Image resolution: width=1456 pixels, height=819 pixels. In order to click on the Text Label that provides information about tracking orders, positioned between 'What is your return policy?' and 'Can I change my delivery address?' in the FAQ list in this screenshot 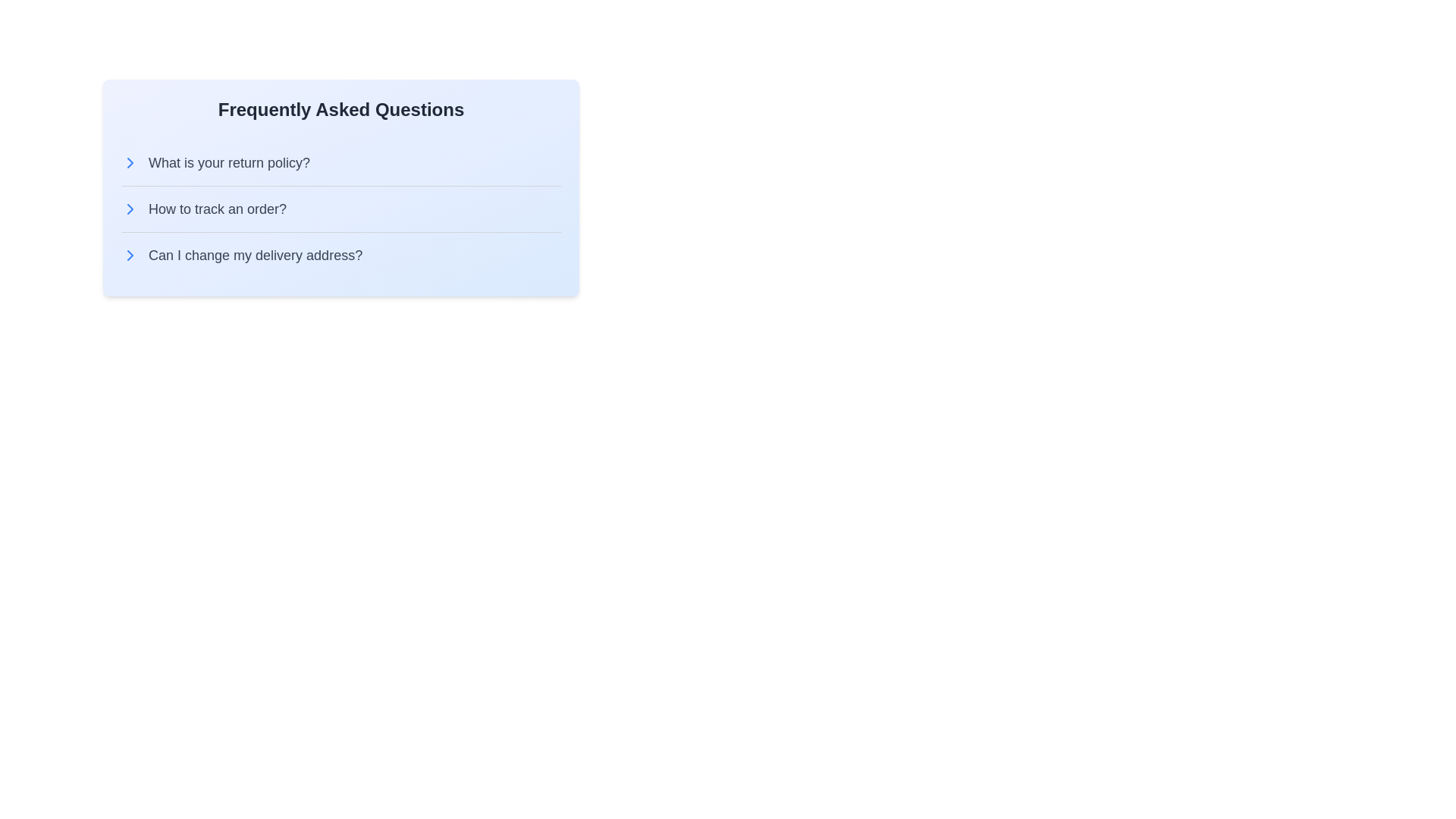, I will do `click(217, 209)`.